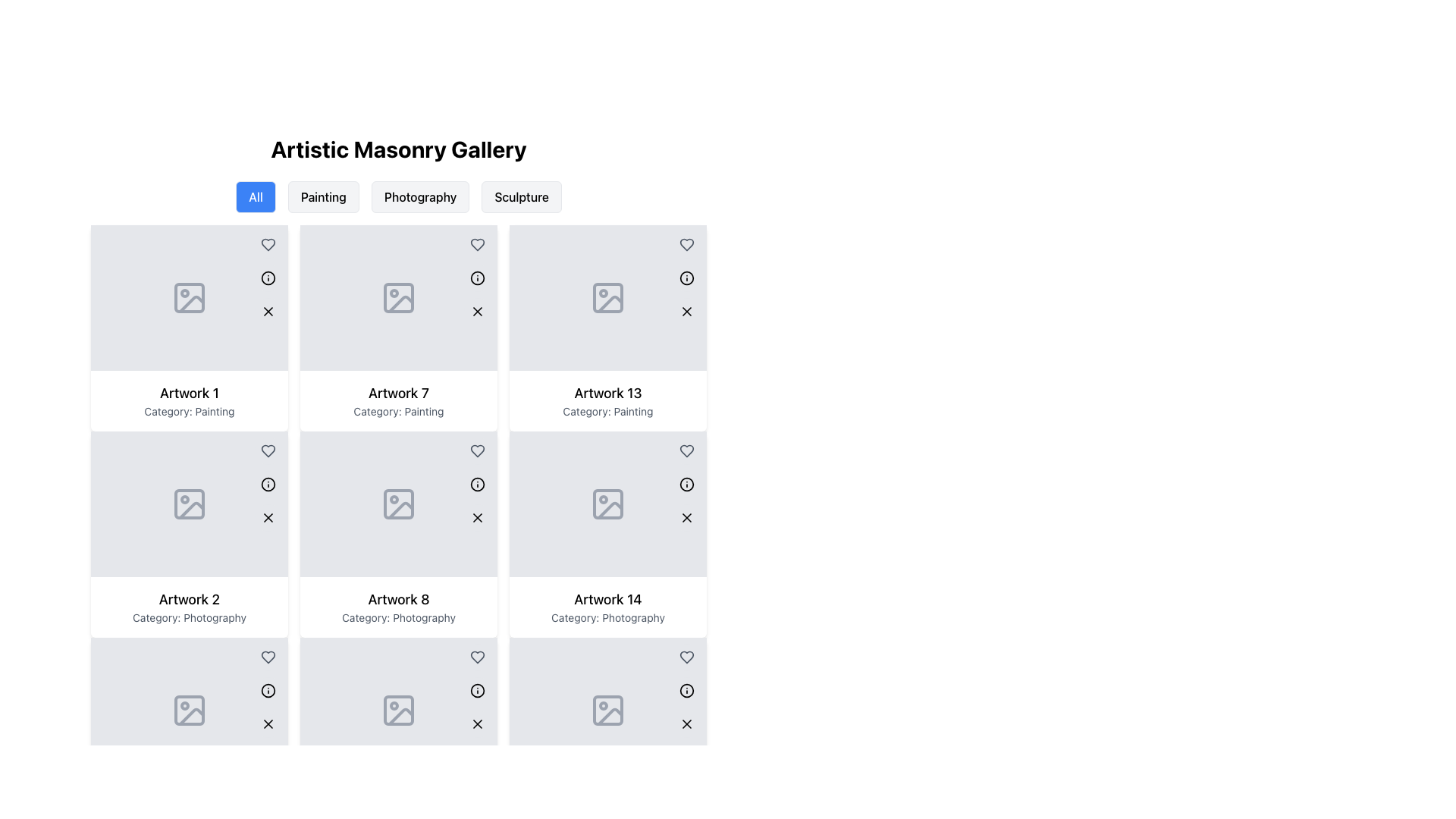  Describe the element at coordinates (399, 504) in the screenshot. I see `the SVG icon styled with a gray color that represents an image symbol, located in the middle cell of the gallery grid under the 'Artwork 8' entry` at that location.